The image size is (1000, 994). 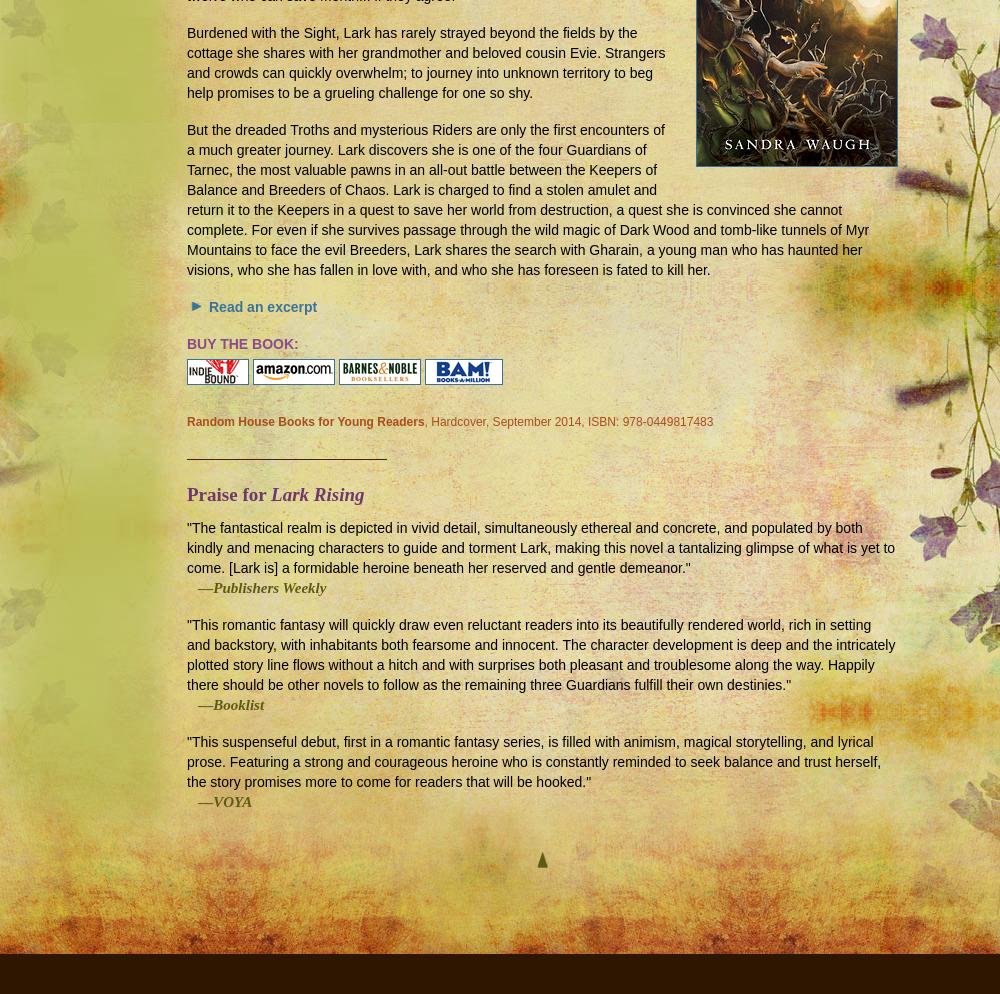 What do you see at coordinates (305, 420) in the screenshot?
I see `'Random House Books for Young Readers'` at bounding box center [305, 420].